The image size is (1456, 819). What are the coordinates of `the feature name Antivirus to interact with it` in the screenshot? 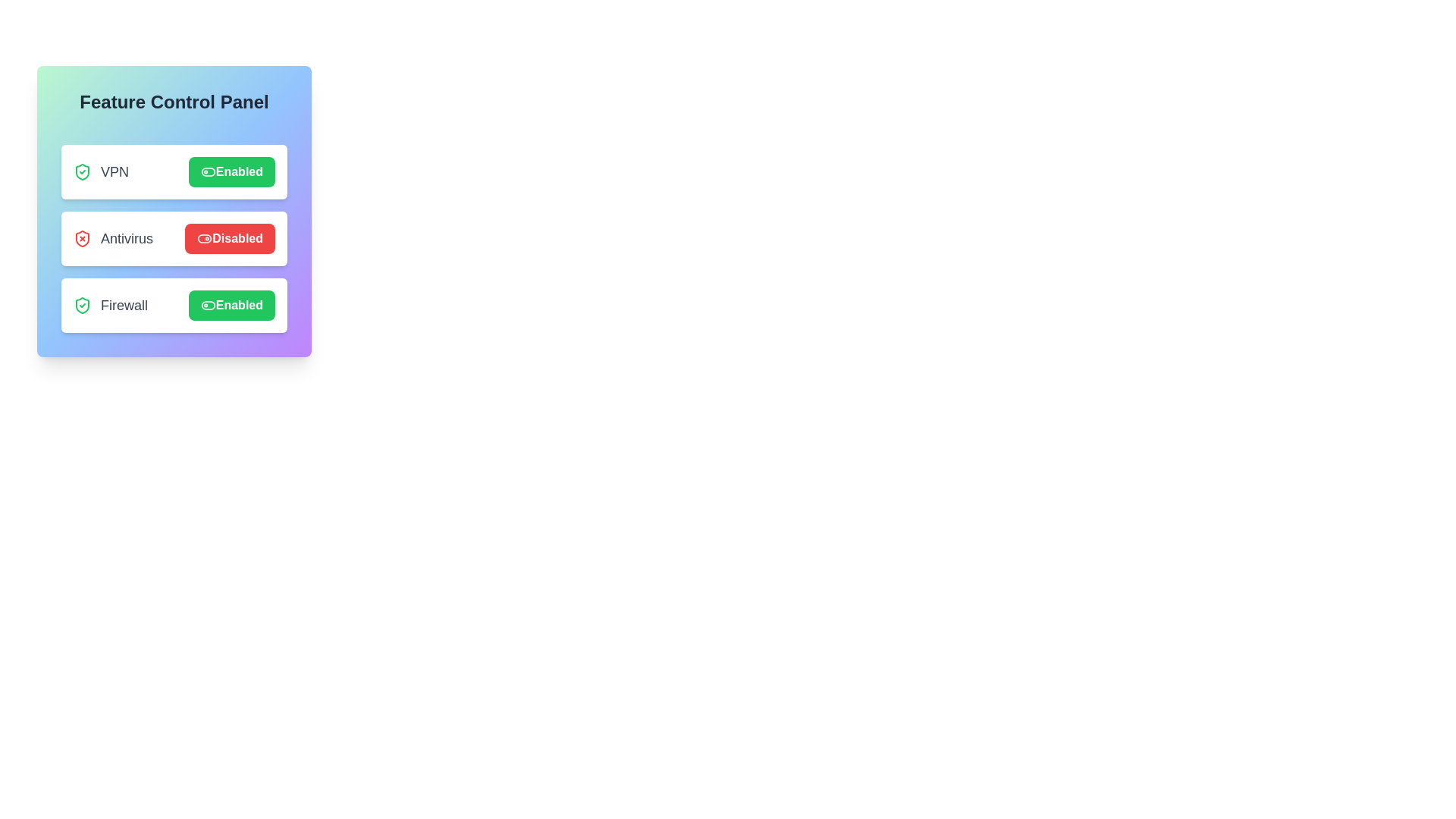 It's located at (112, 239).